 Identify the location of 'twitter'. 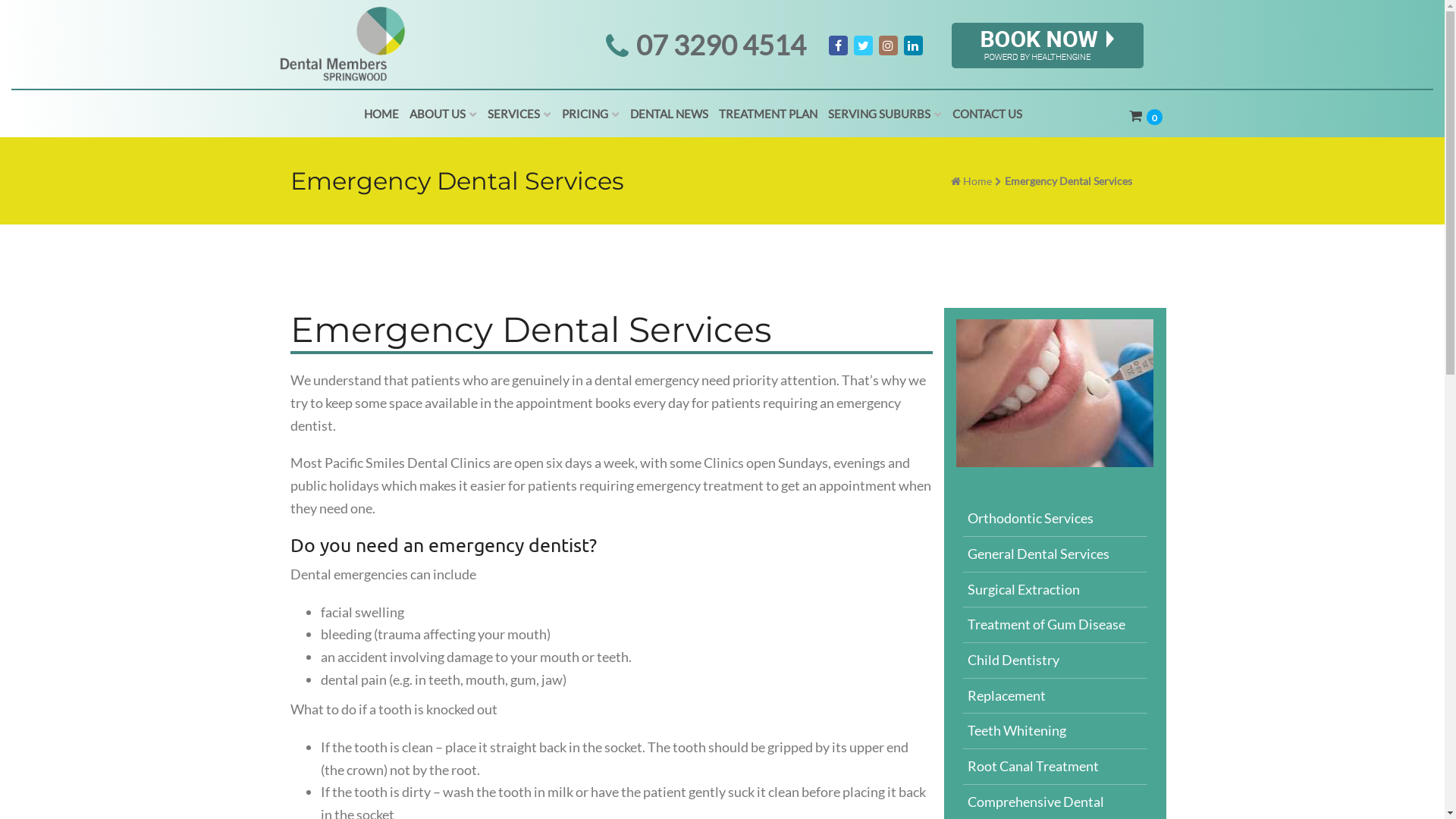
(863, 45).